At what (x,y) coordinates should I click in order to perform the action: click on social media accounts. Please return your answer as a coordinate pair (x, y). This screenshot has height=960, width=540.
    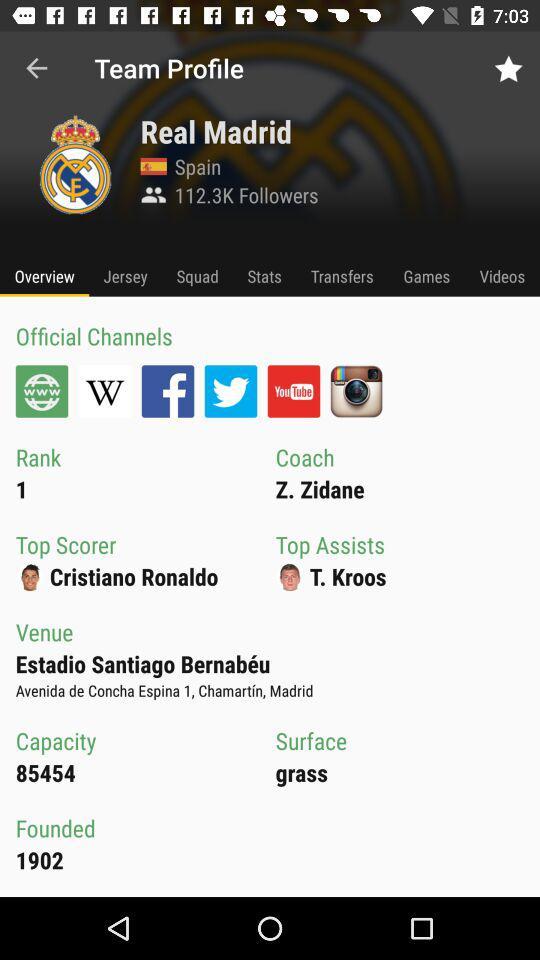
    Looking at the image, I should click on (104, 390).